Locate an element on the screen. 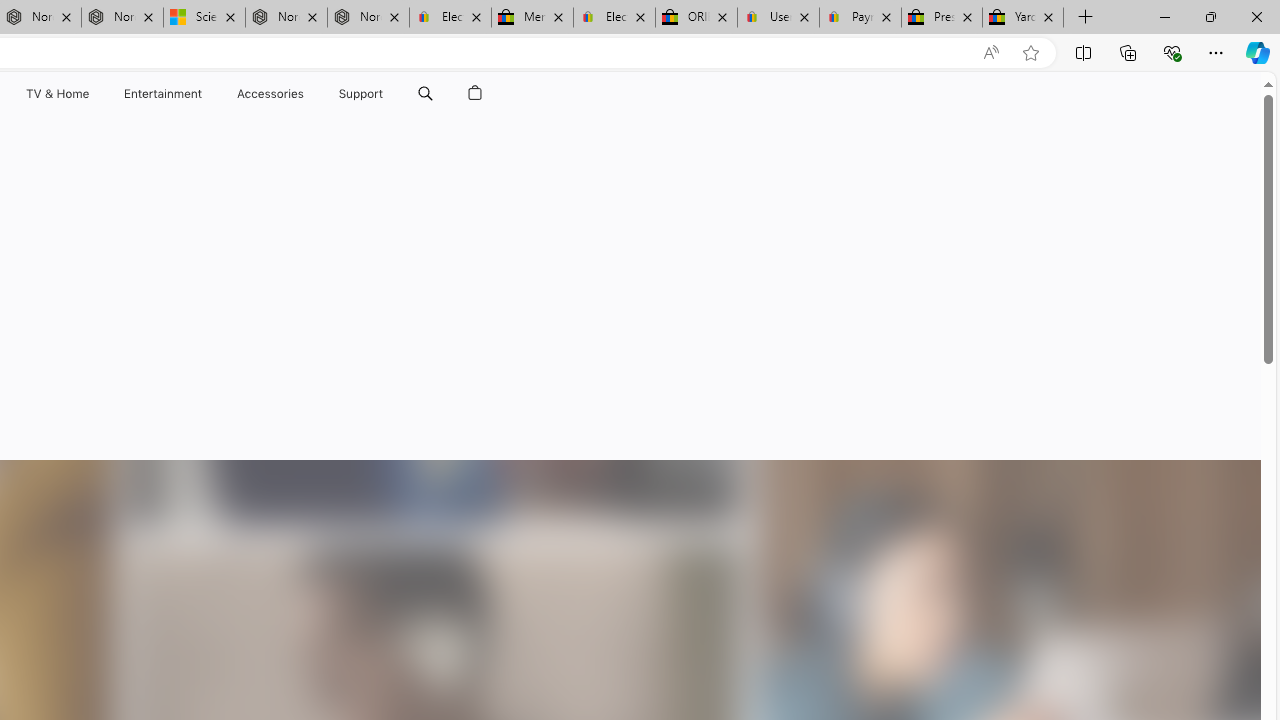 Image resolution: width=1280 pixels, height=720 pixels. 'Nordace - FAQ' is located at coordinates (368, 17).